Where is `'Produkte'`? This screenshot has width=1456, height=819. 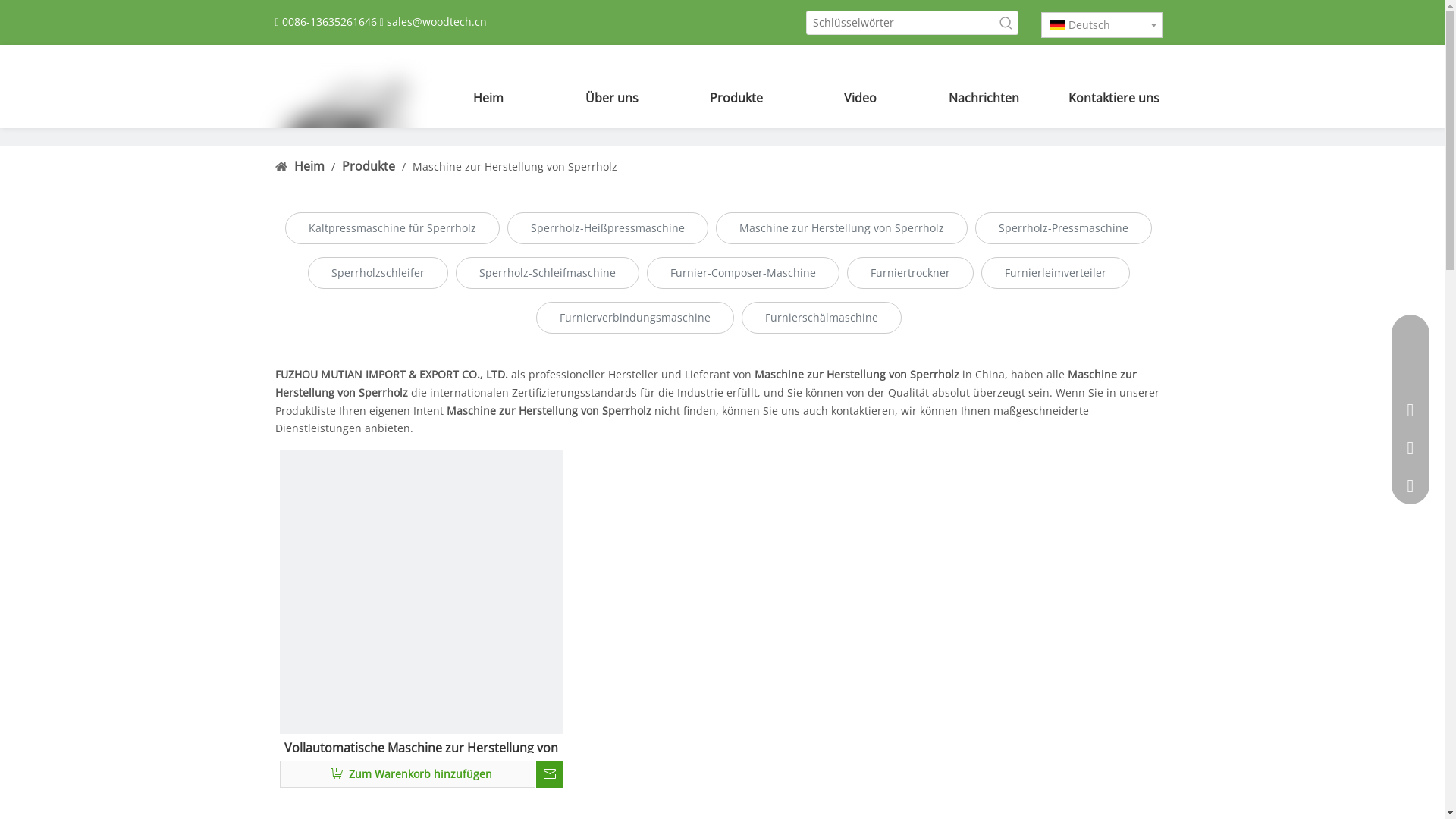 'Produkte' is located at coordinates (369, 166).